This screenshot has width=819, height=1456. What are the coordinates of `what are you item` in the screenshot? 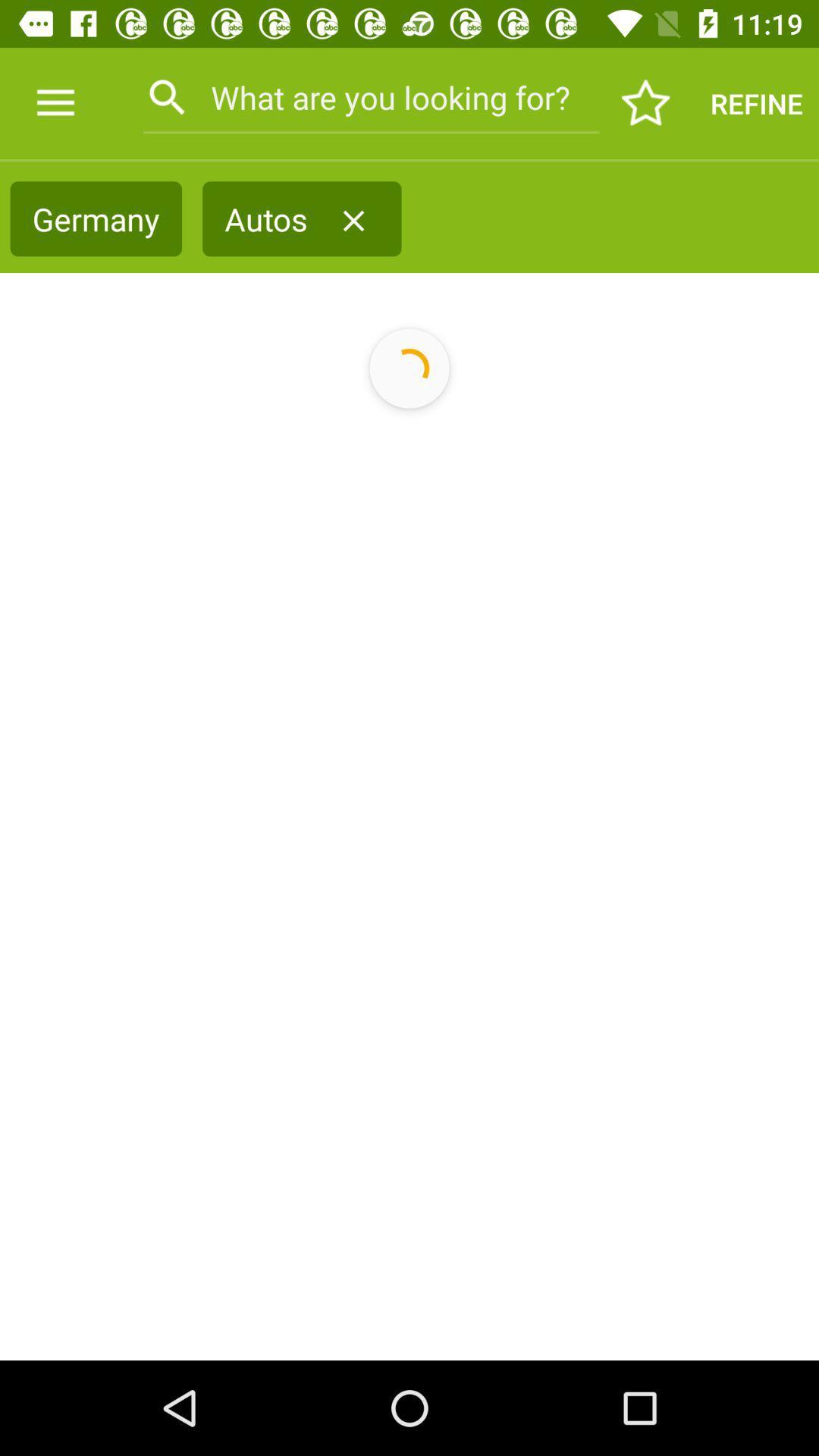 It's located at (371, 96).